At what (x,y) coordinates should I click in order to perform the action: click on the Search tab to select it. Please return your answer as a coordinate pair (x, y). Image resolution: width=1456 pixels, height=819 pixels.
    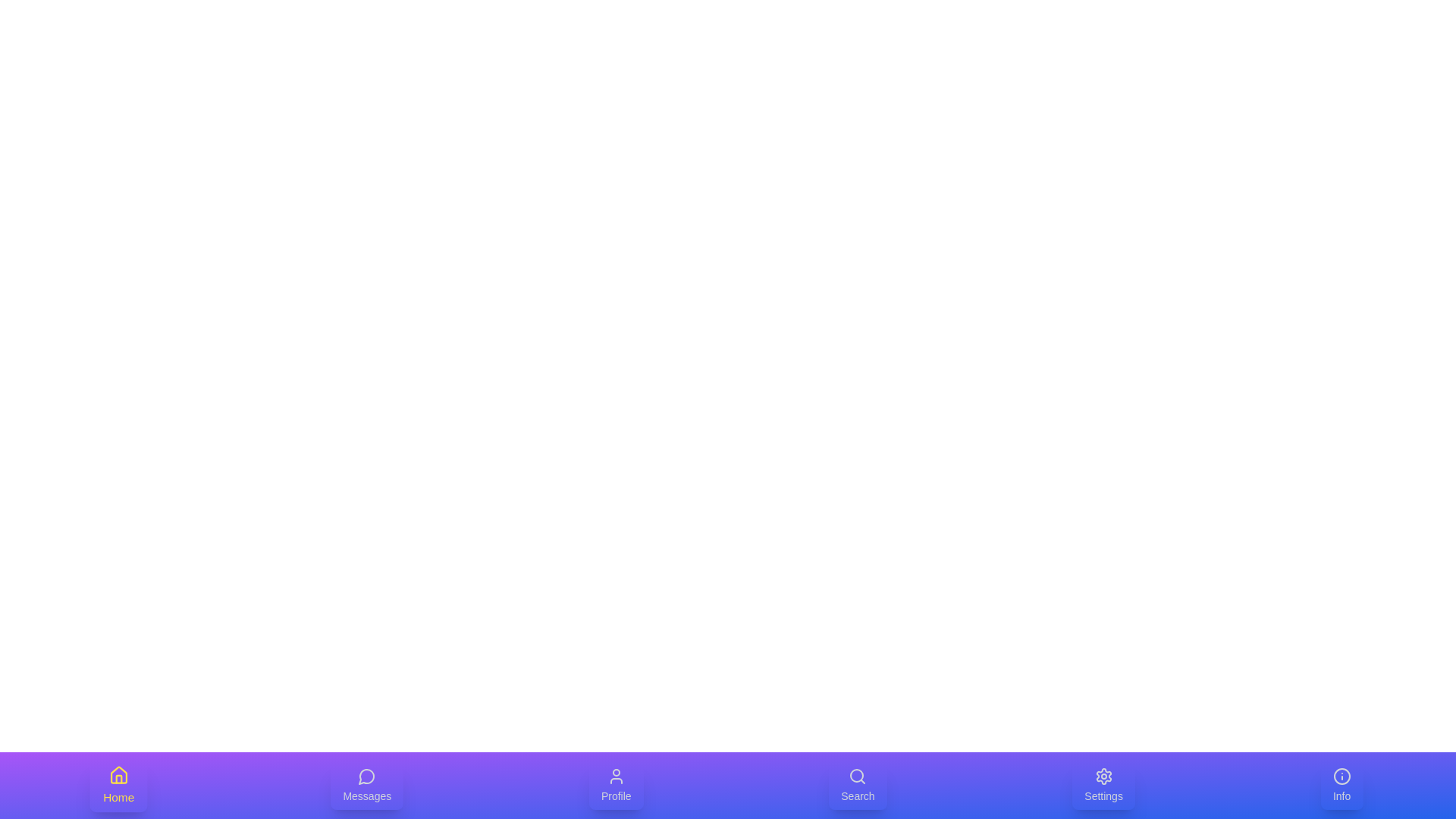
    Looking at the image, I should click on (858, 785).